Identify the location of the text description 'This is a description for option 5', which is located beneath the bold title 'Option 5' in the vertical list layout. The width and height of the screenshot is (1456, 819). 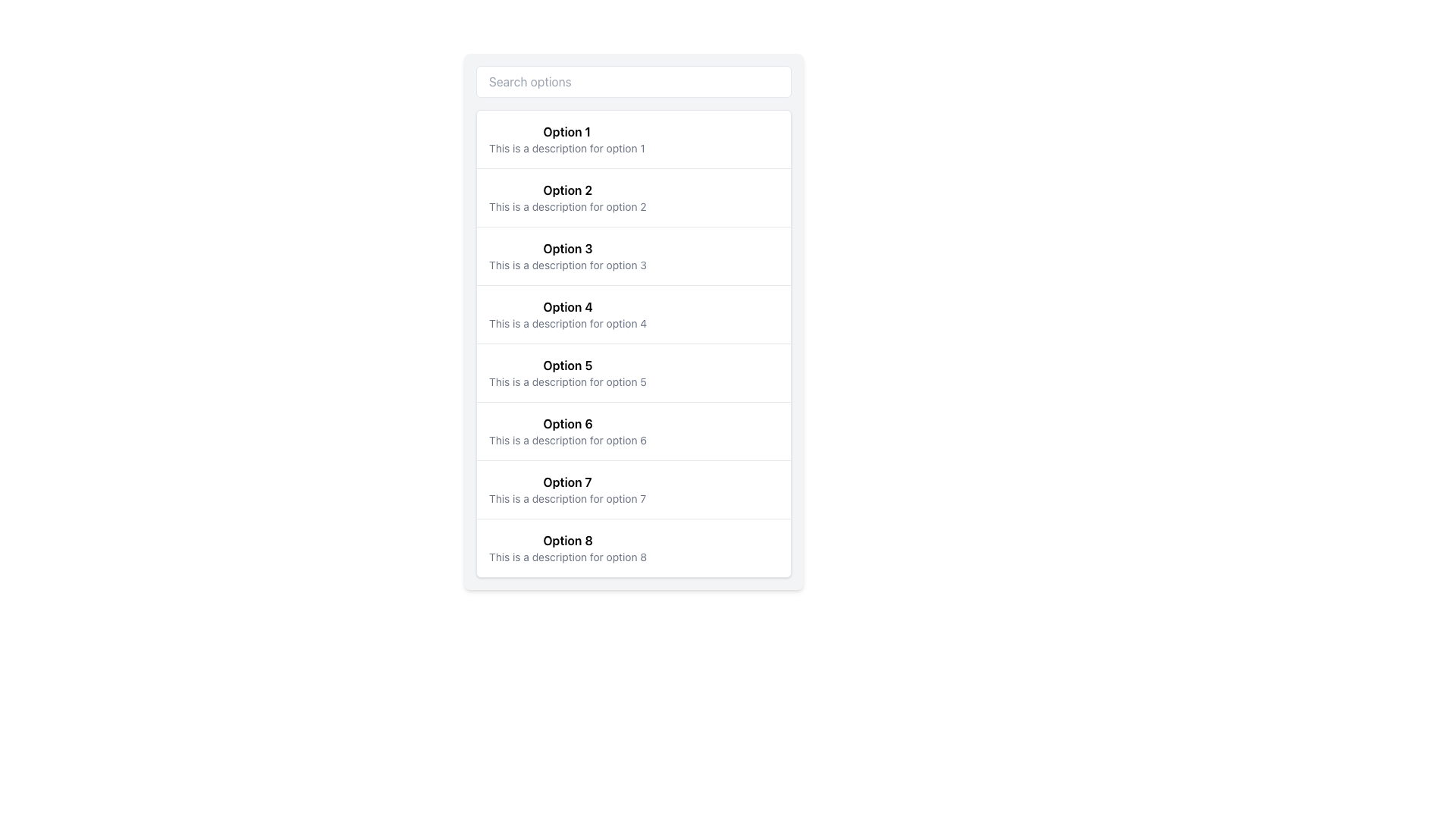
(566, 381).